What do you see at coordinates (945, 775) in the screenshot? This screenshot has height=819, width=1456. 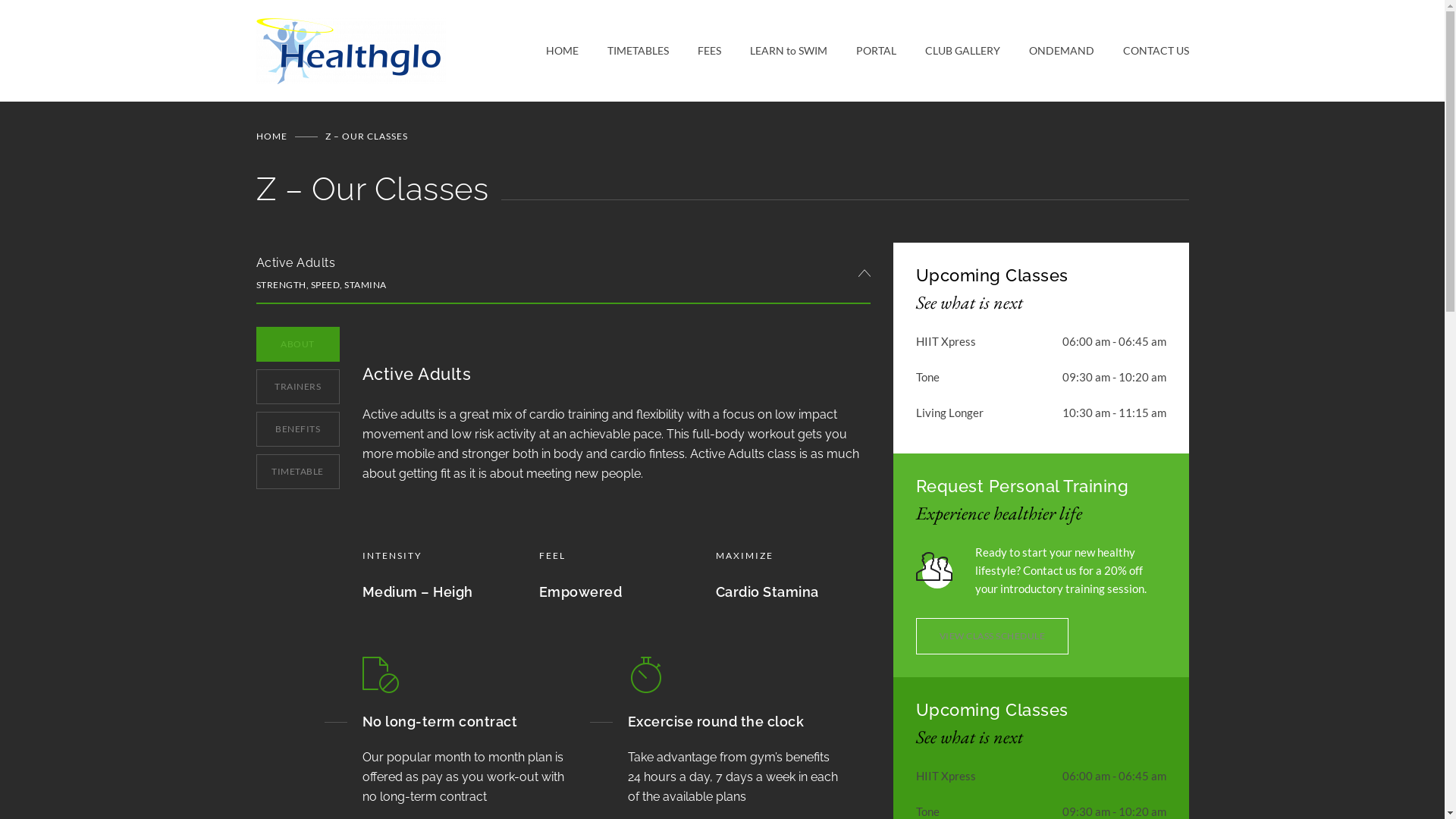 I see `'HIIT Xpress'` at bounding box center [945, 775].